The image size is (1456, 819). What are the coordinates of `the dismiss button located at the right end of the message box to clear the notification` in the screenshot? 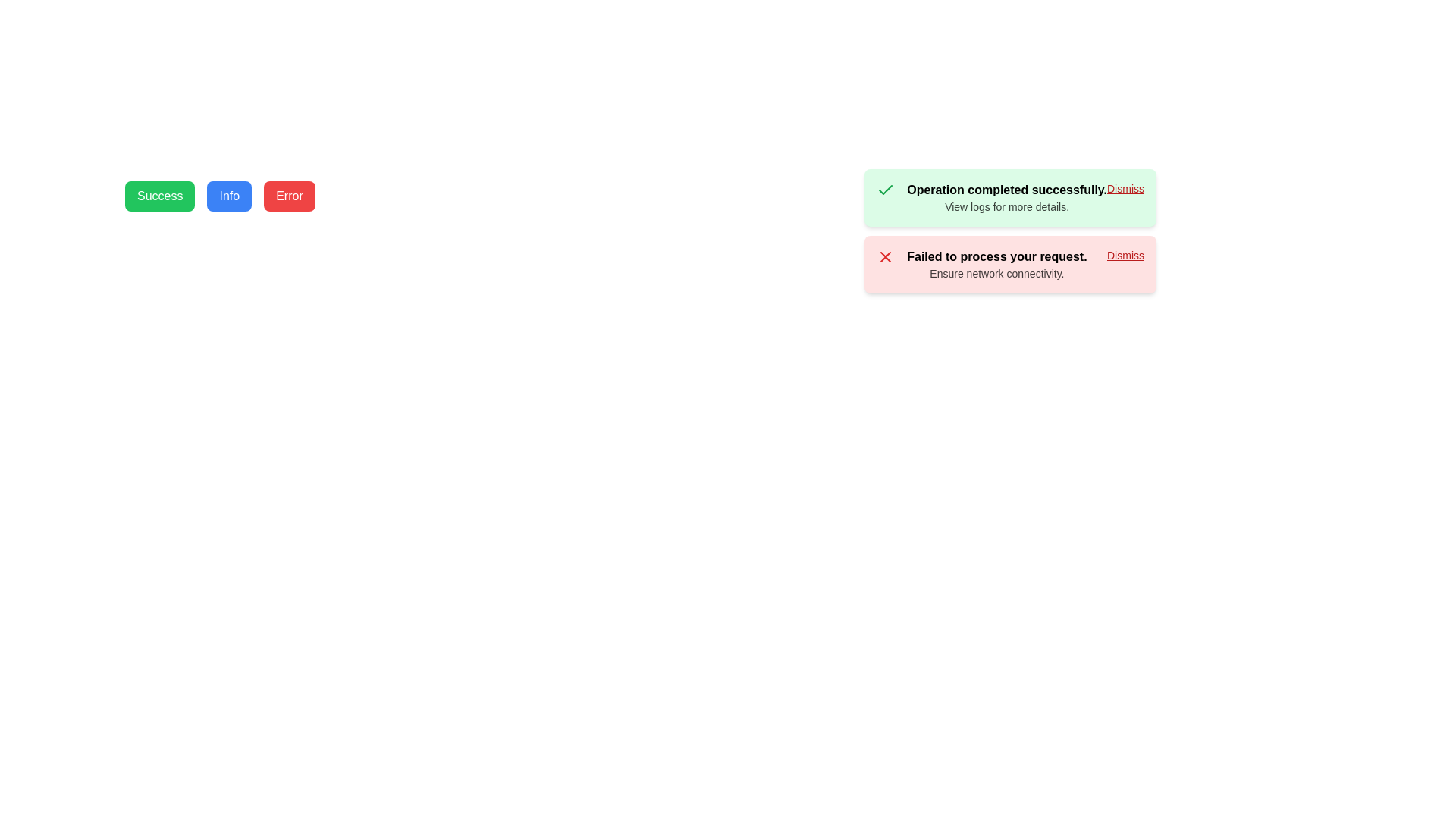 It's located at (1125, 254).